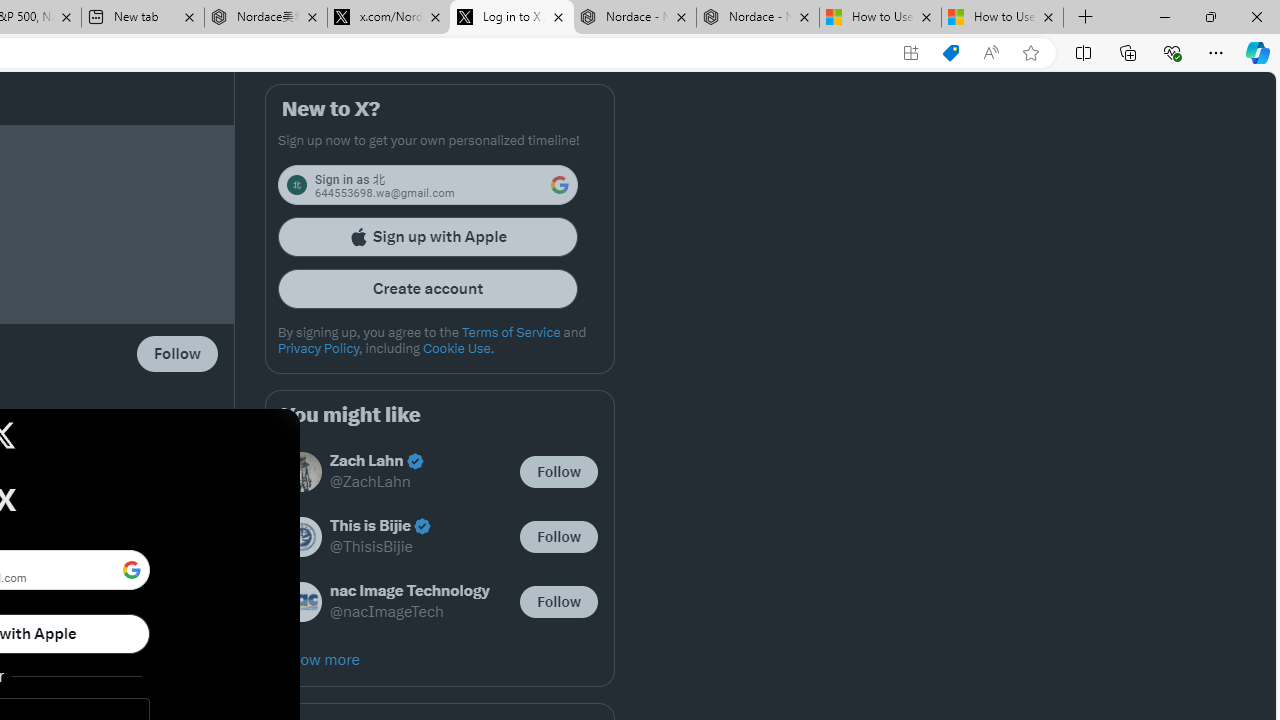 The width and height of the screenshot is (1280, 720). What do you see at coordinates (1257, 51) in the screenshot?
I see `'Copilot (Ctrl+Shift+.)'` at bounding box center [1257, 51].